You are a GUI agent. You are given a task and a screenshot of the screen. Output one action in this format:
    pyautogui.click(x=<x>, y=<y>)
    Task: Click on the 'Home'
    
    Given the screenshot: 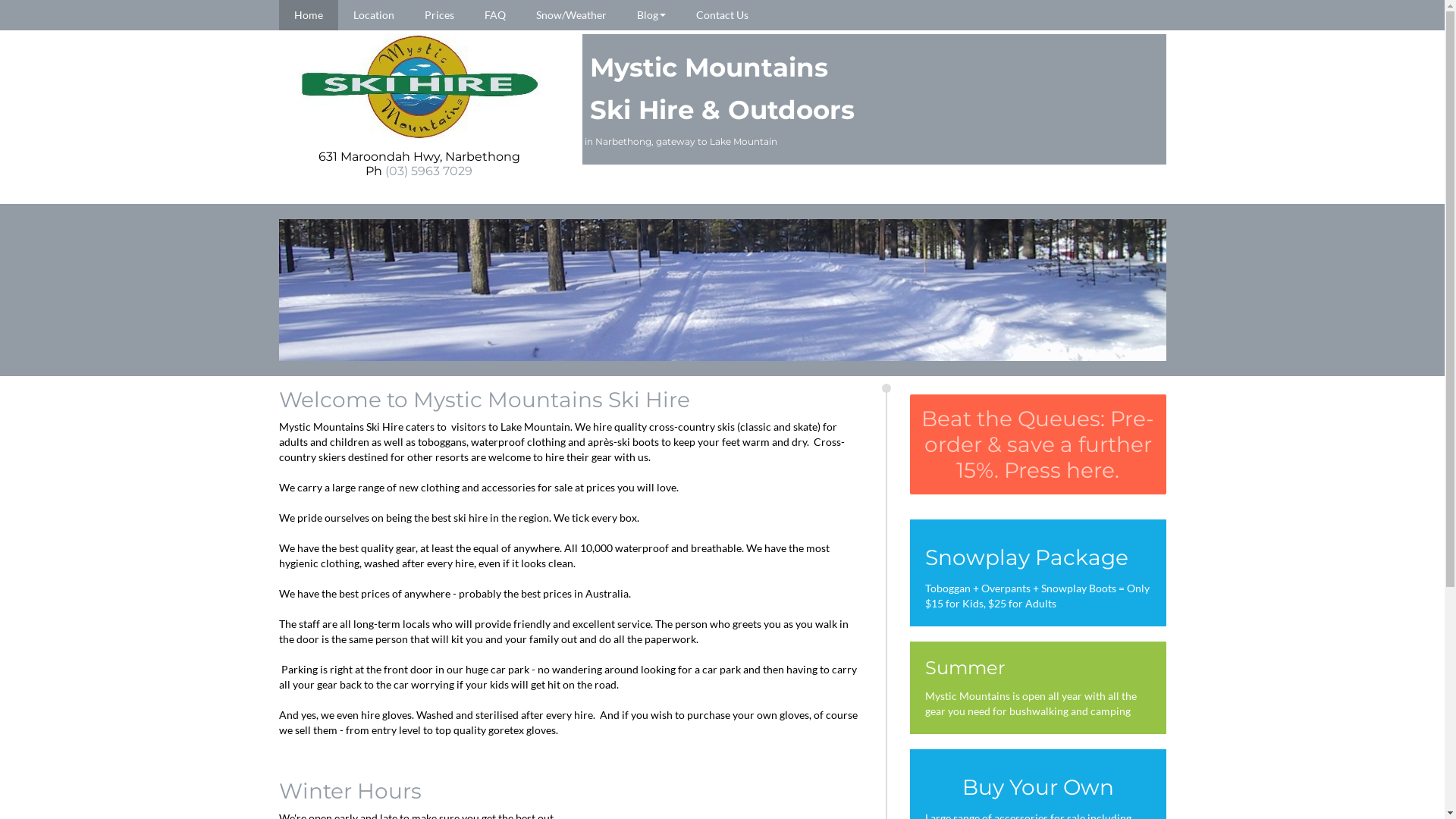 What is the action you would take?
    pyautogui.click(x=308, y=14)
    